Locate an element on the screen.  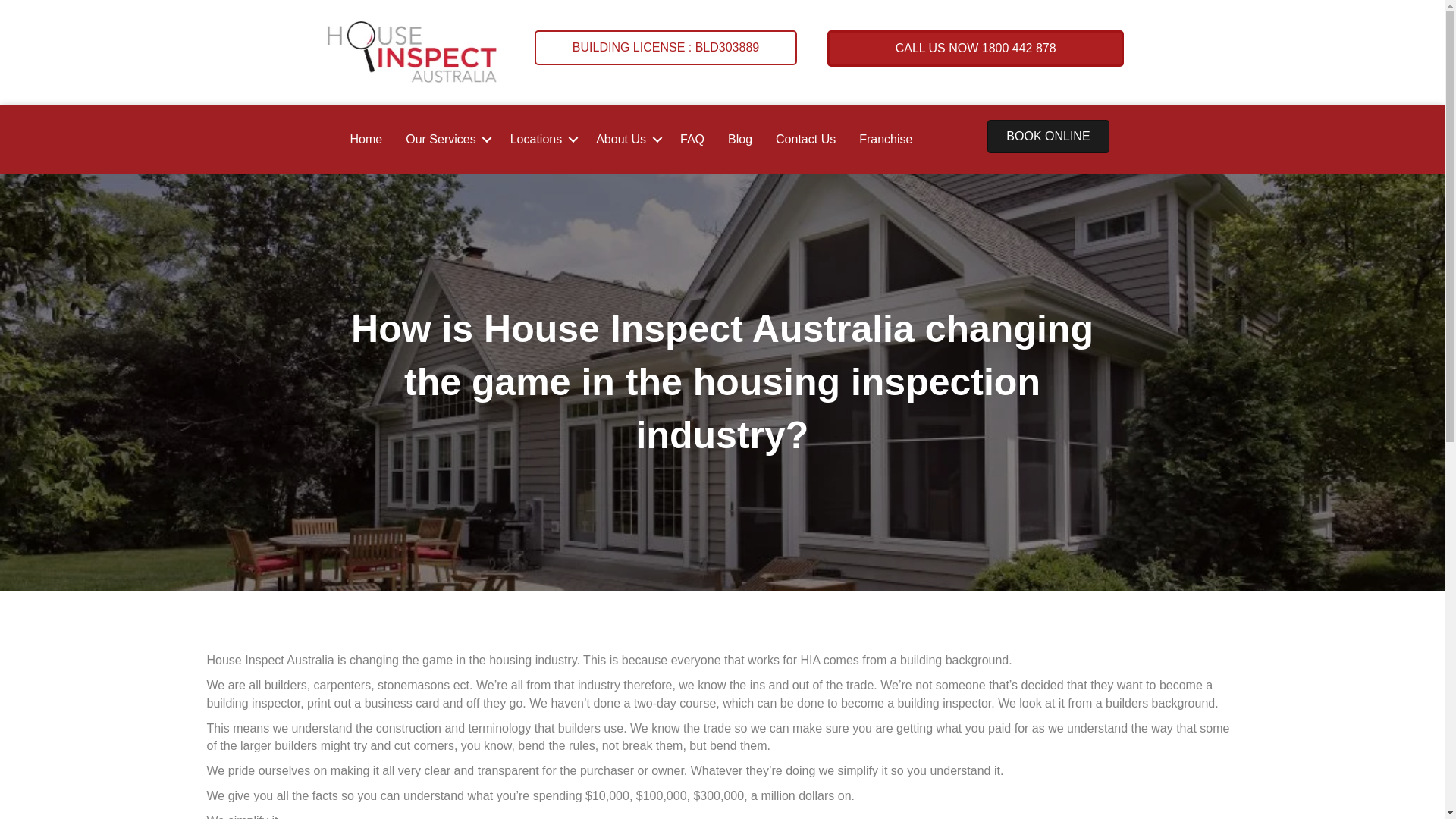
'house inspect australia logo' is located at coordinates (412, 52).